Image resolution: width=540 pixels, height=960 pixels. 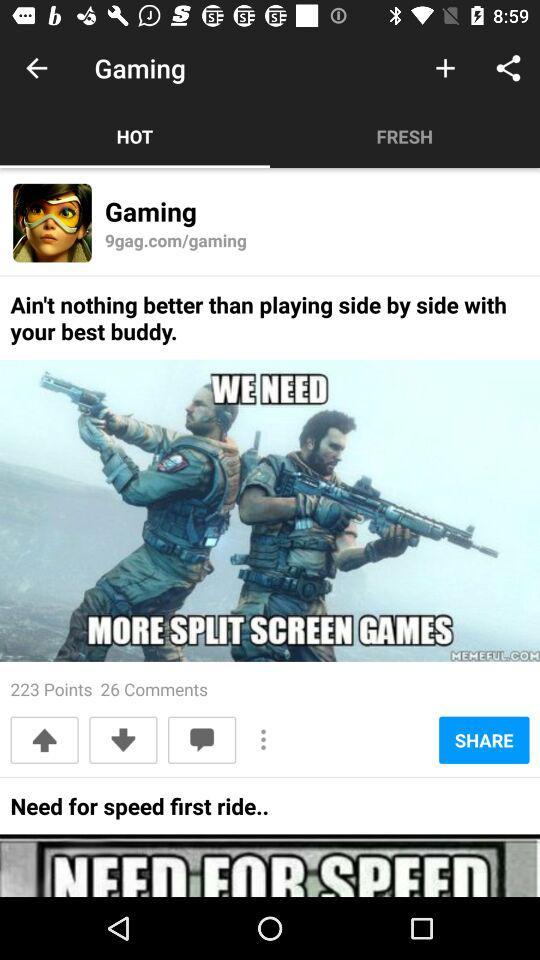 What do you see at coordinates (270, 324) in the screenshot?
I see `the ain t nothing icon` at bounding box center [270, 324].